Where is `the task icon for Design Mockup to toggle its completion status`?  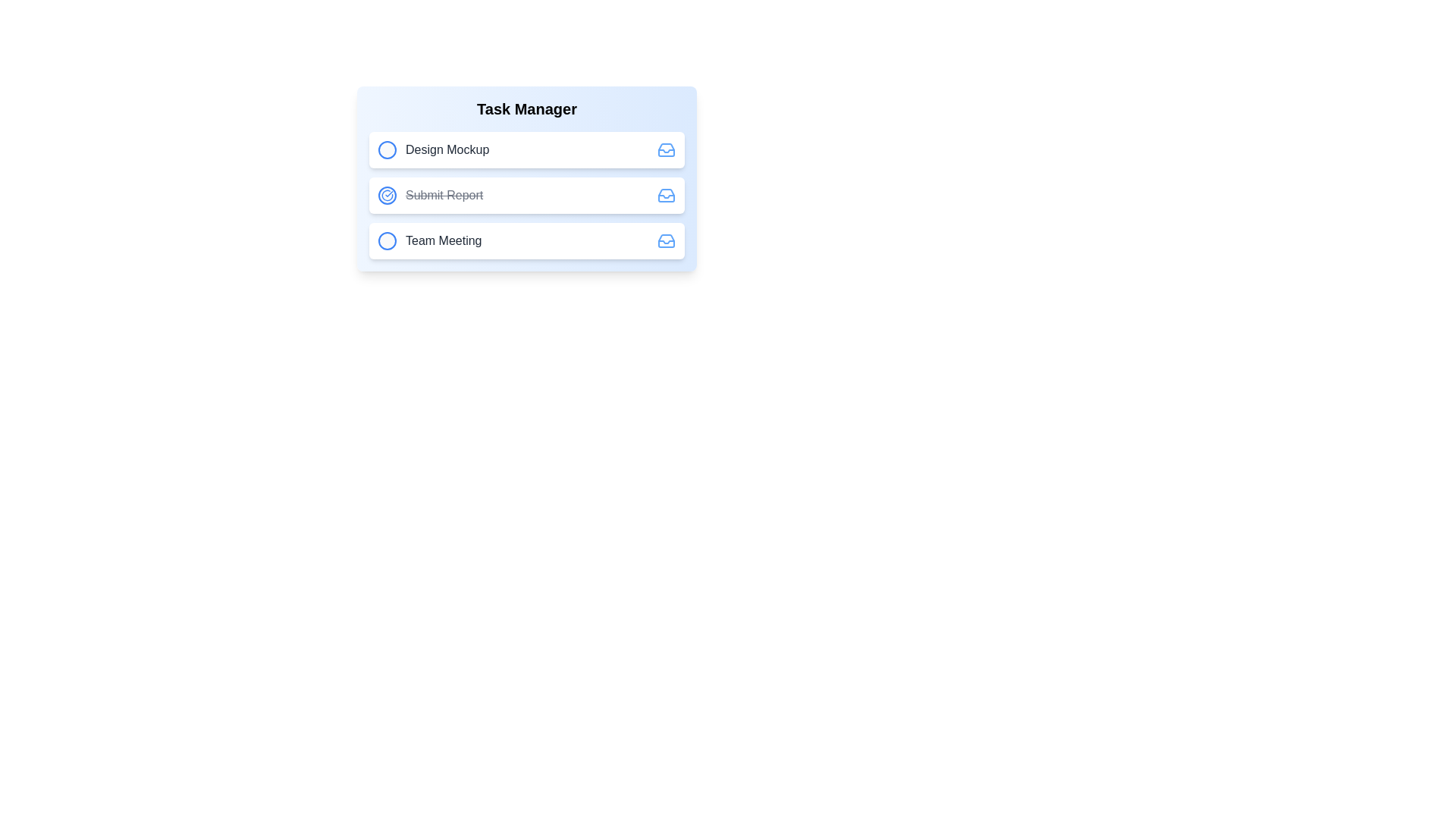
the task icon for Design Mockup to toggle its completion status is located at coordinates (387, 149).